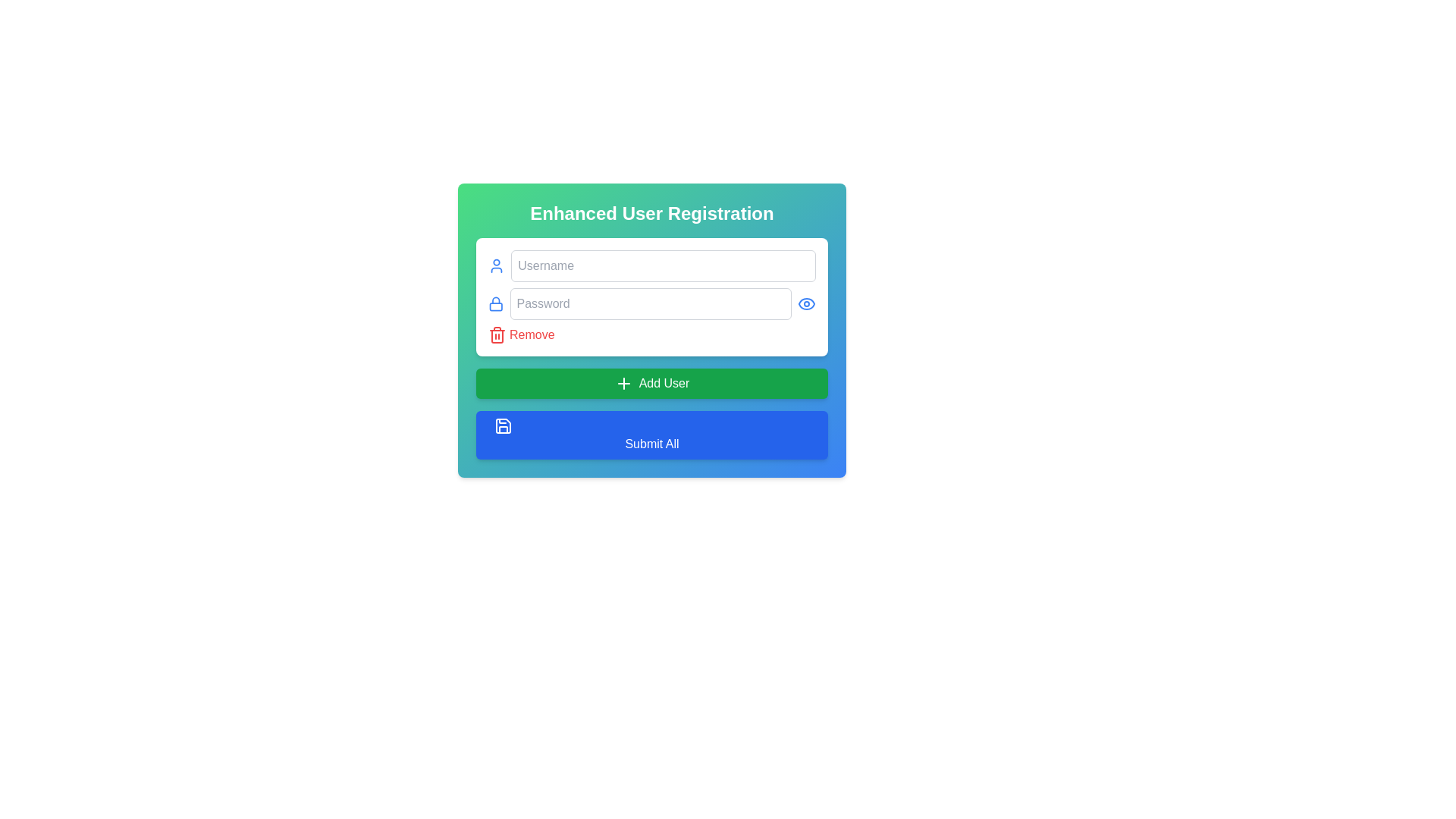 The height and width of the screenshot is (819, 1456). Describe the element at coordinates (532, 334) in the screenshot. I see `the text label or button associated with removing an entry from the form` at that location.